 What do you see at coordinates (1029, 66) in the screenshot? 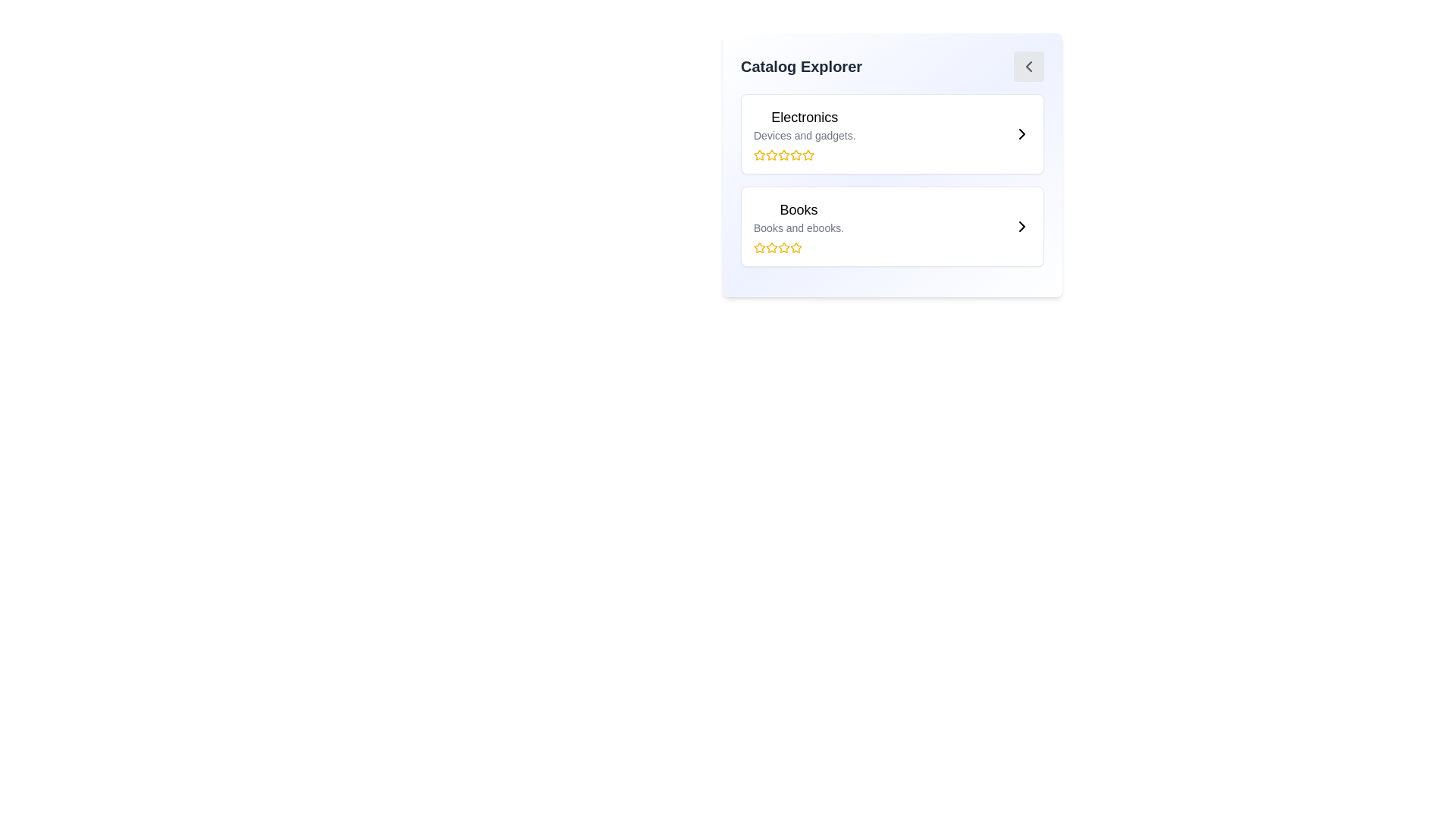
I see `the back navigation icon located in the top-right corner of the 'Catalog Explorer' card` at bounding box center [1029, 66].